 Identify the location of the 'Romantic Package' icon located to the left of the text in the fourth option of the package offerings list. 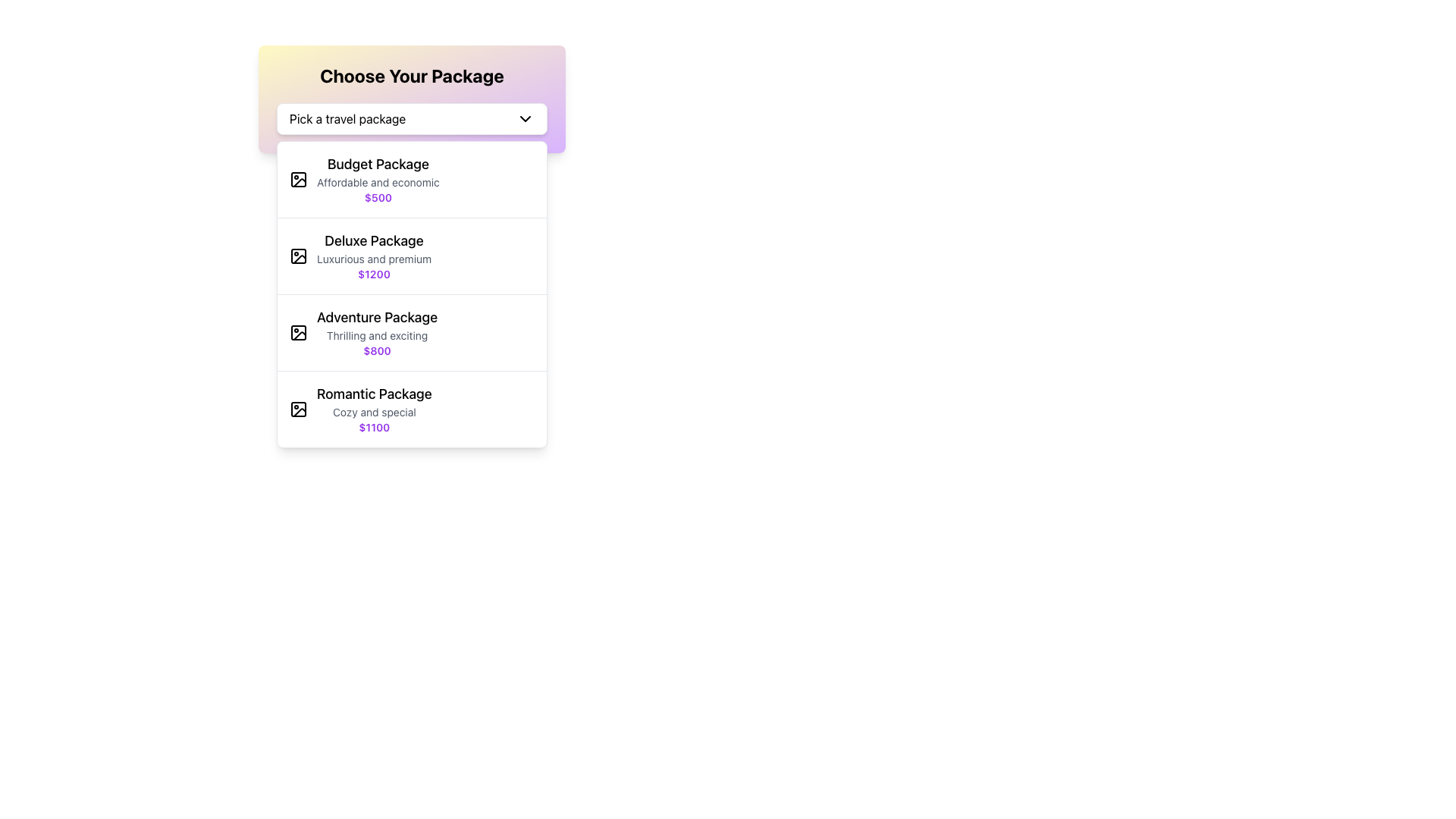
(298, 409).